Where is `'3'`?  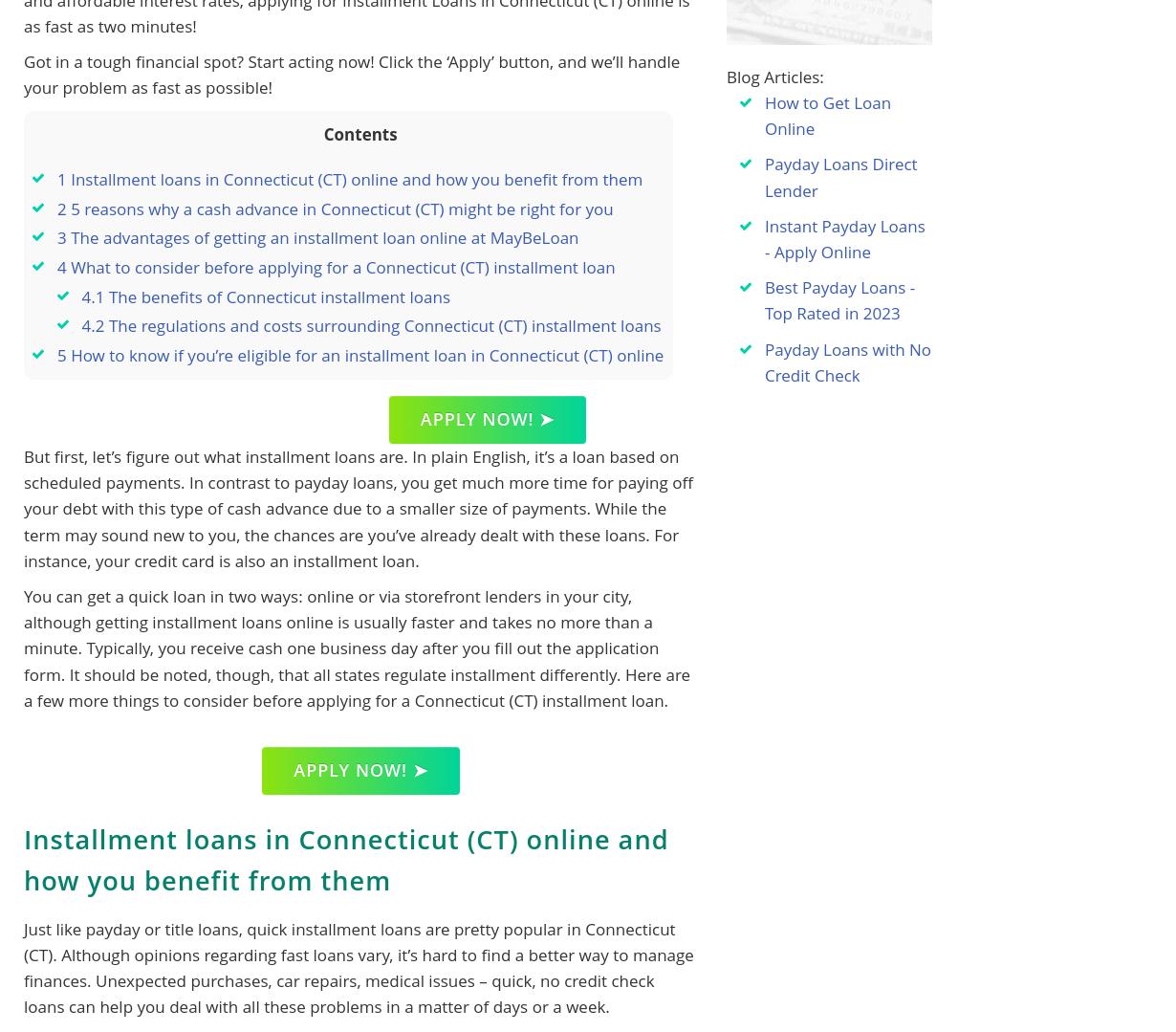 '3' is located at coordinates (61, 236).